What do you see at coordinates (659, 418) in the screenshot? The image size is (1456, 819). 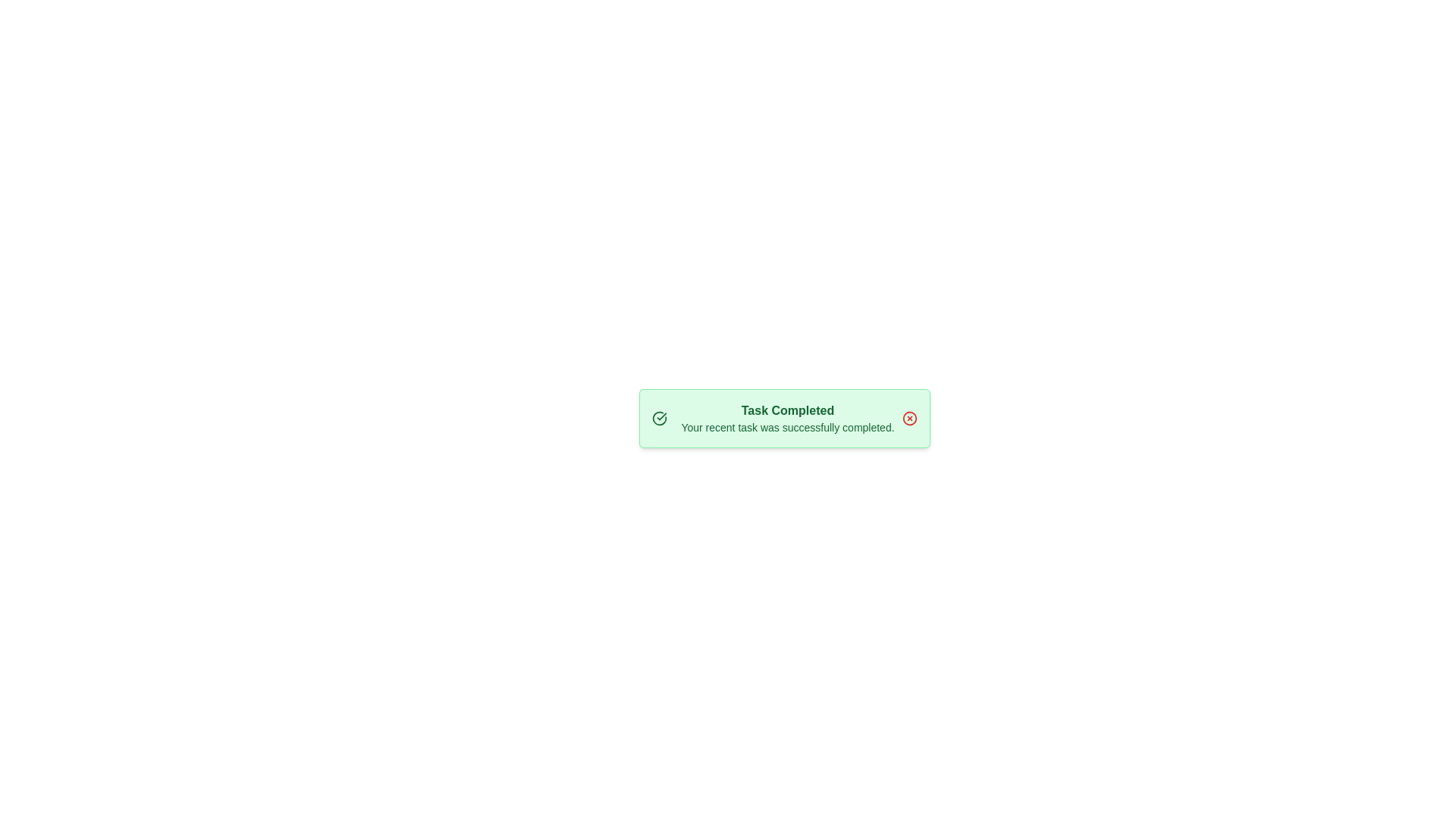 I see `the checkmark icon to interact with it` at bounding box center [659, 418].